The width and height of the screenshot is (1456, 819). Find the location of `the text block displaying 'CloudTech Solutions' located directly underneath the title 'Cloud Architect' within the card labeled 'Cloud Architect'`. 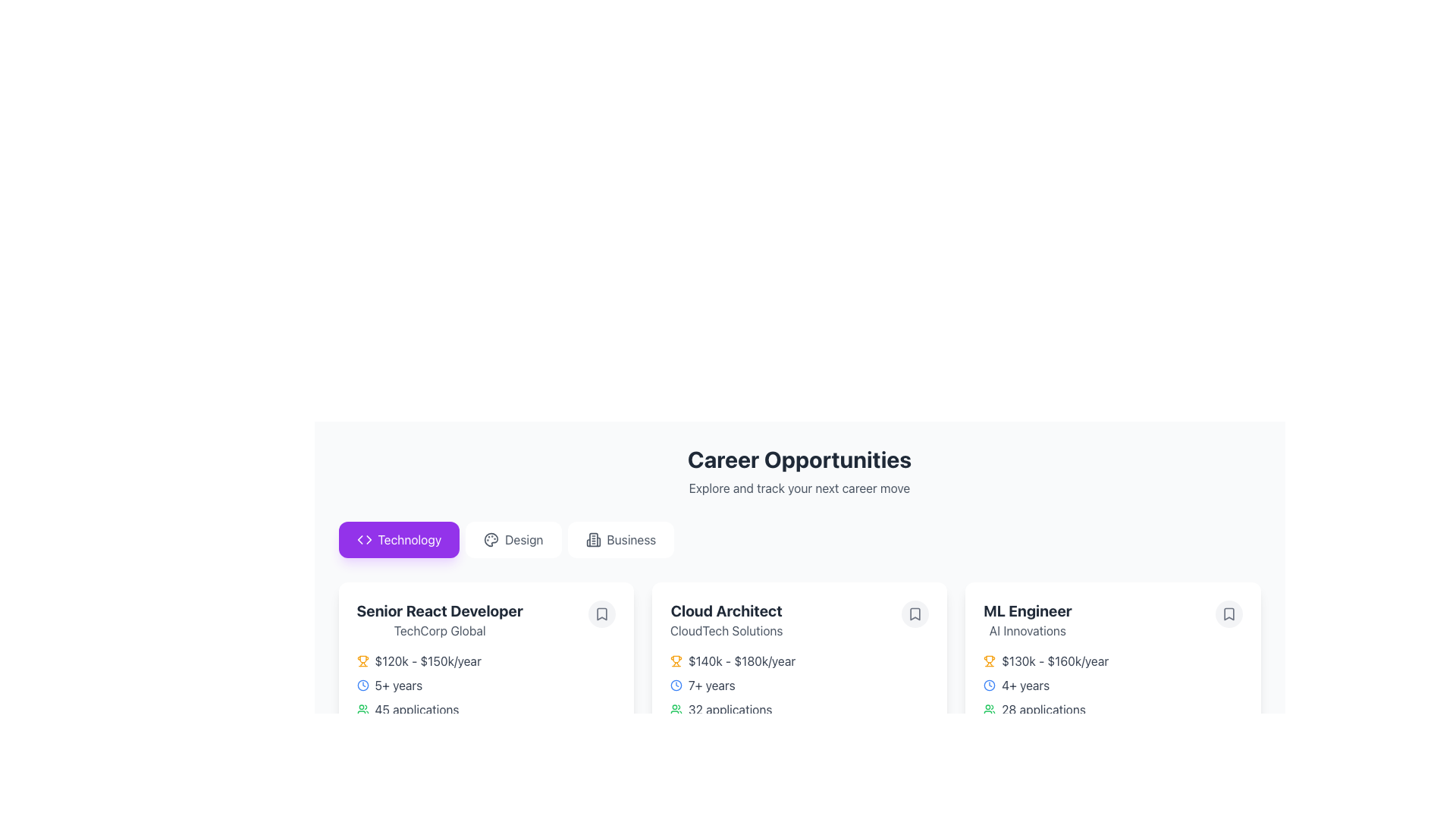

the text block displaying 'CloudTech Solutions' located directly underneath the title 'Cloud Architect' within the card labeled 'Cloud Architect' is located at coordinates (726, 631).